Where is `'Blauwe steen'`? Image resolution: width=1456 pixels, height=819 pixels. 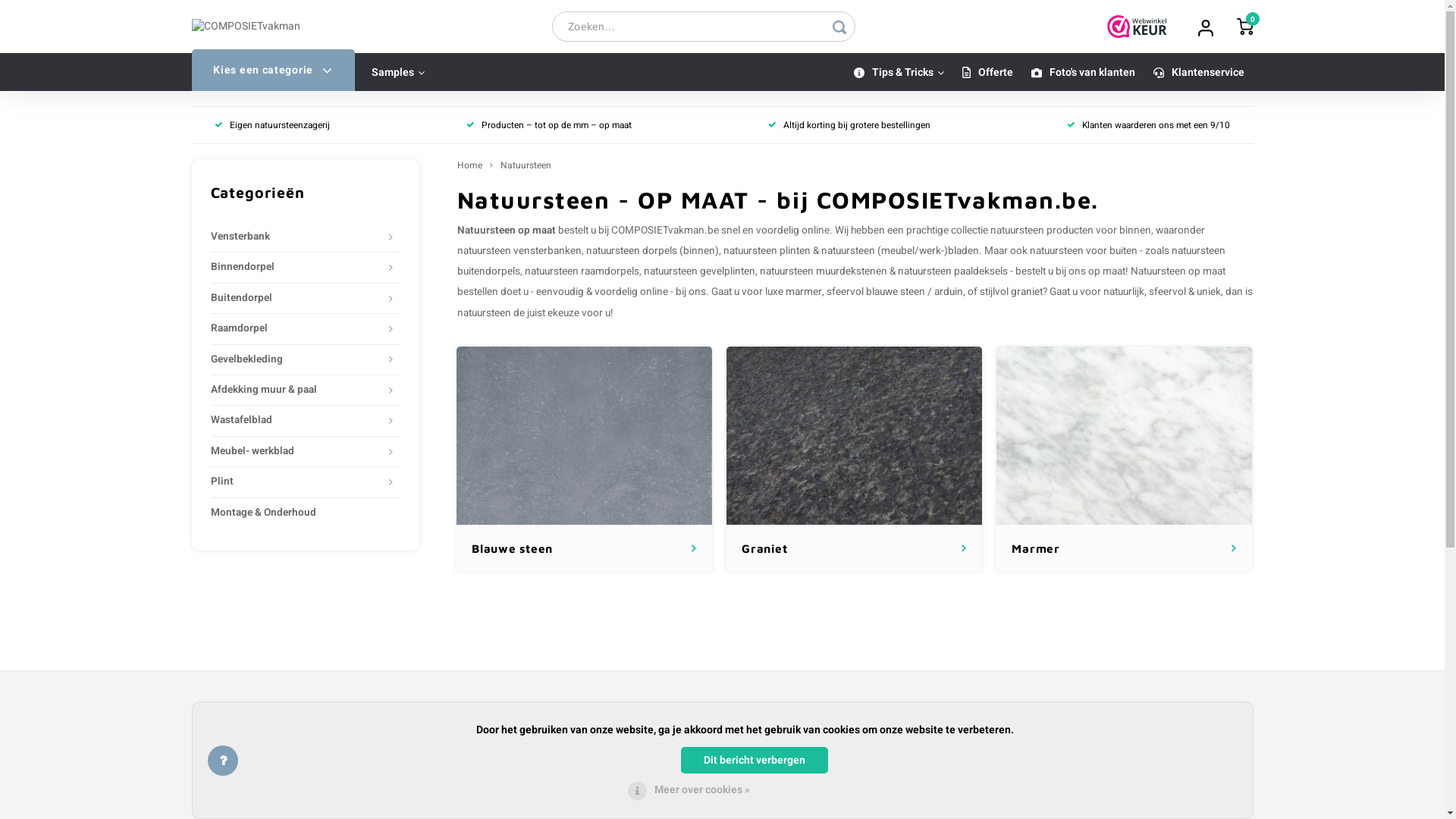 'Blauwe steen' is located at coordinates (583, 435).